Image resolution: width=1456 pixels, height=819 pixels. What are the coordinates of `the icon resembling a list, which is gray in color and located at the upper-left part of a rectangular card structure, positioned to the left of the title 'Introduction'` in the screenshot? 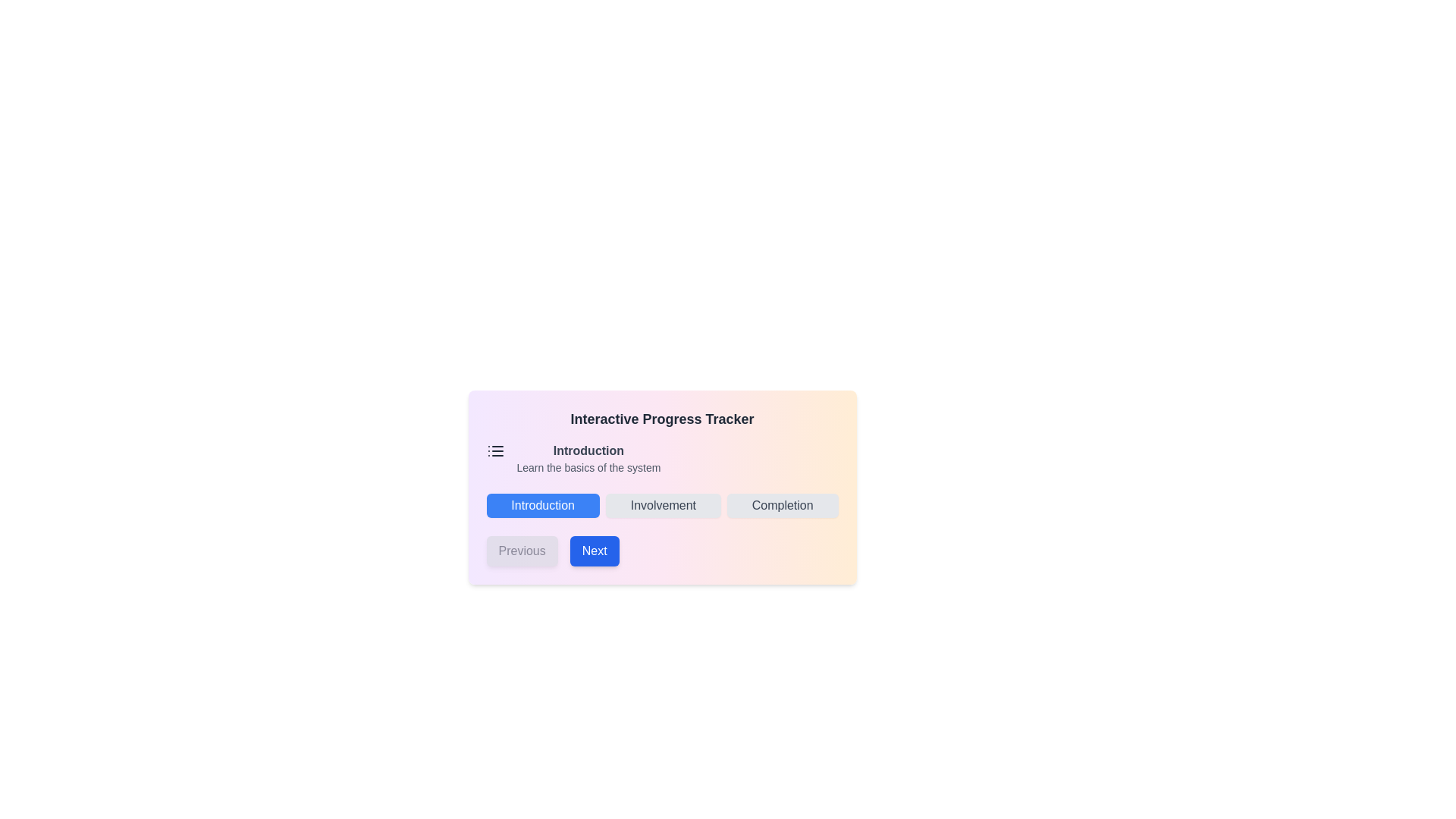 It's located at (495, 450).